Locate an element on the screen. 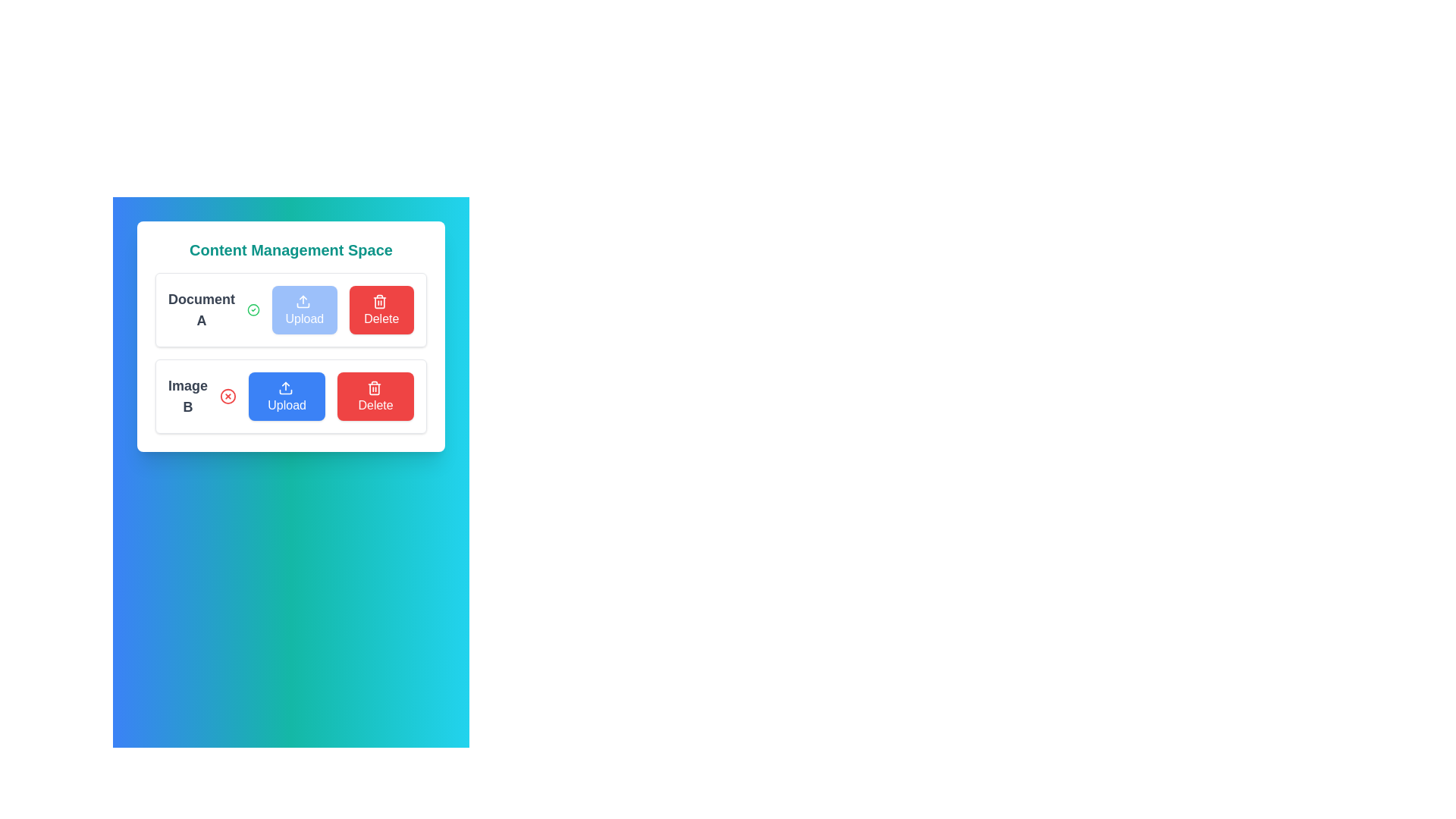 The image size is (1456, 819). the delete icon resembling a trash can within the red 'Delete' button located in the second row of the list interface for accessibility interaction is located at coordinates (374, 387).